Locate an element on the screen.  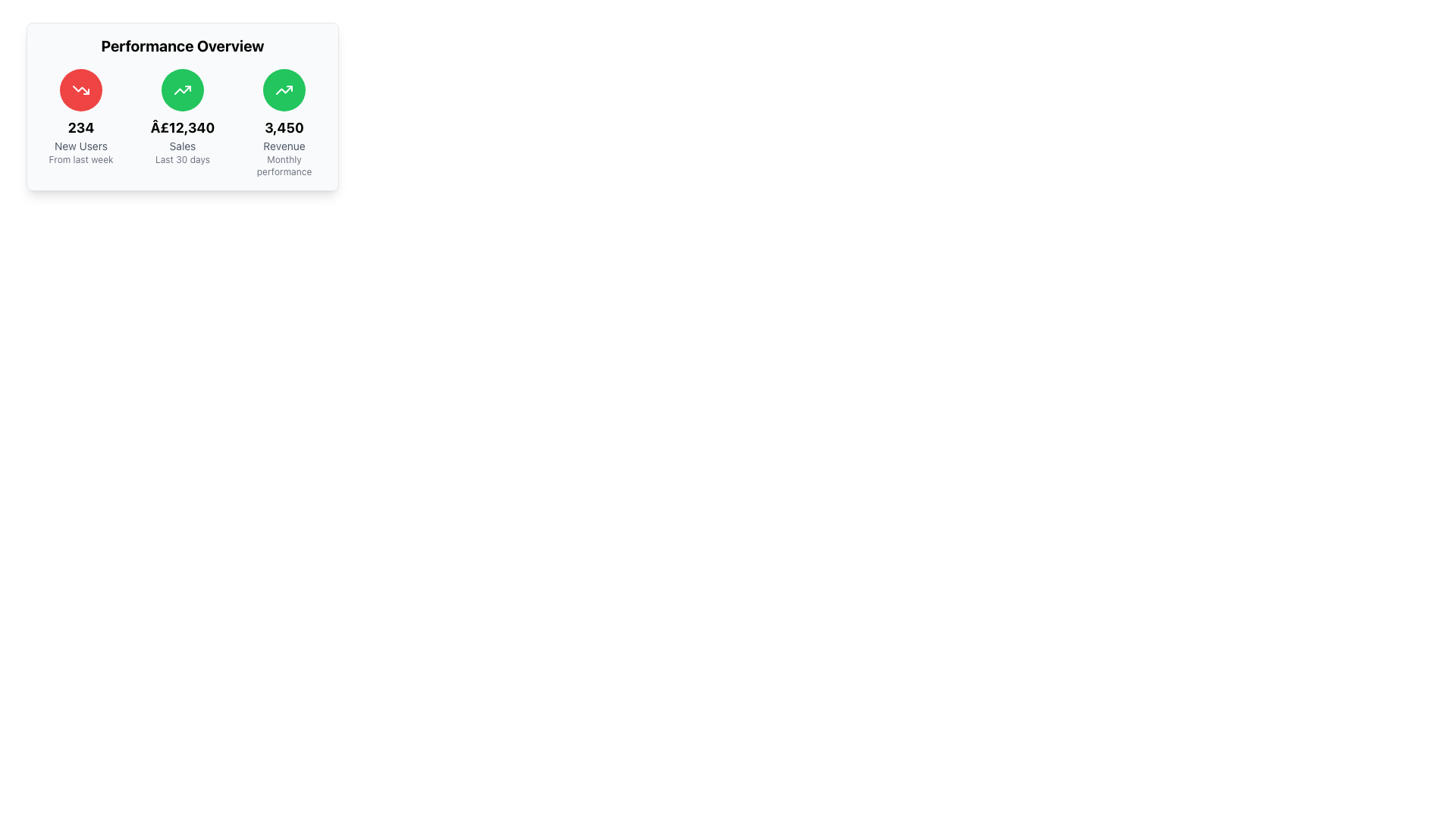
the Info Card displaying the revenue figure for more details, located in the third column under the 'Performance Overview' header is located at coordinates (284, 122).